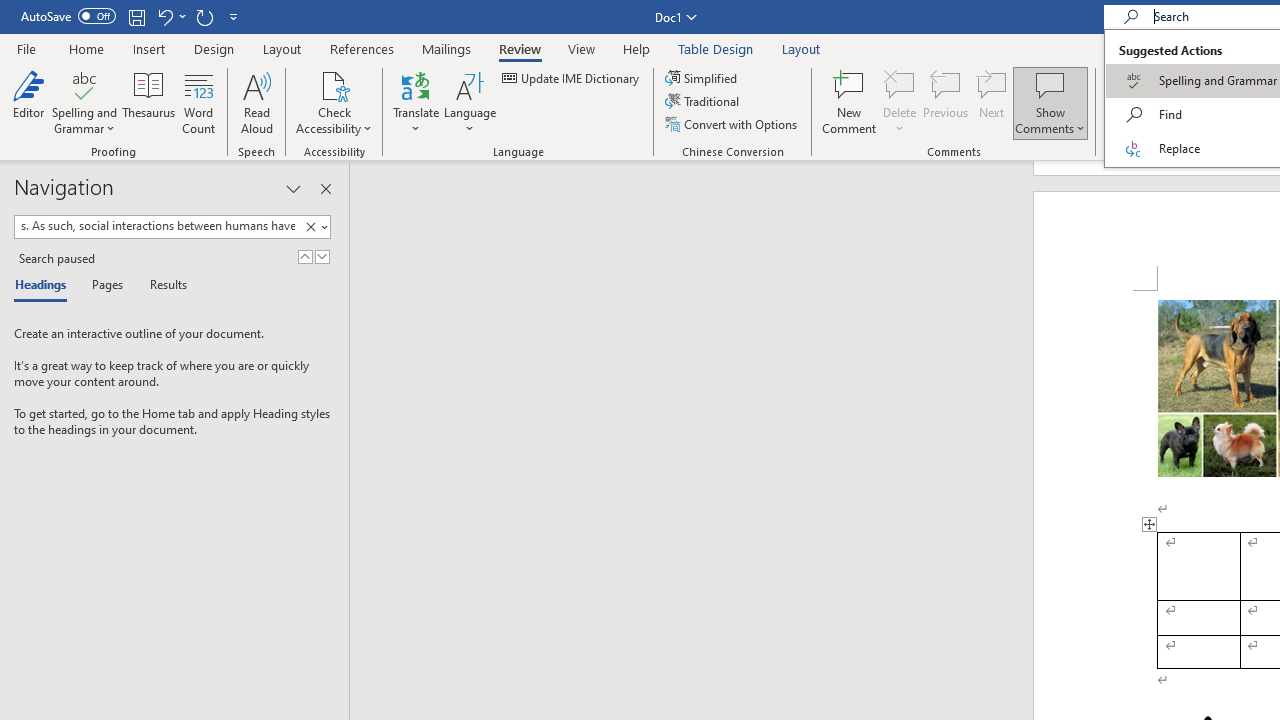 The height and width of the screenshot is (720, 1280). I want to click on 'Previous', so click(945, 103).